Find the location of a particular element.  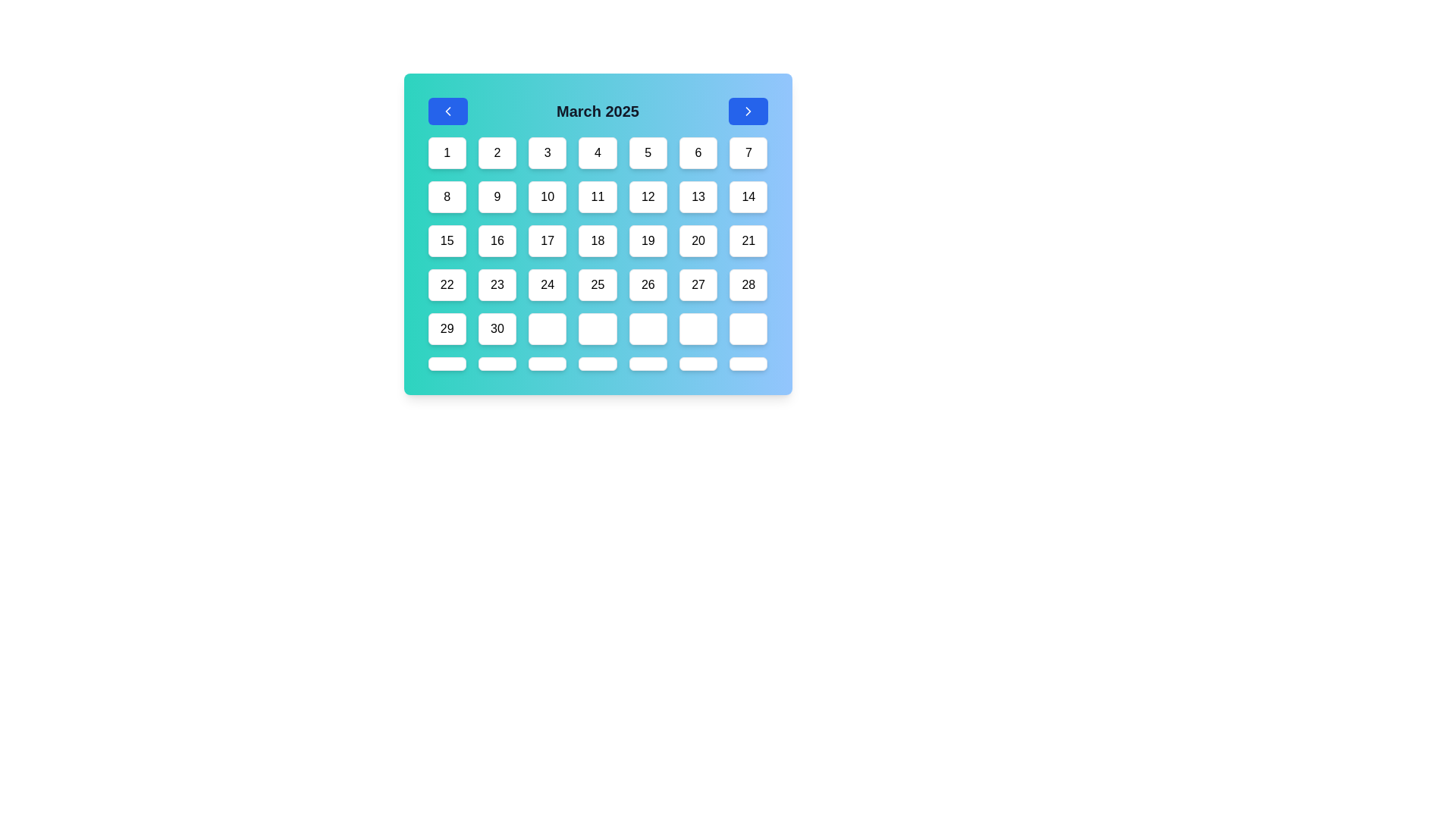

the small rectangular Textual information box displaying the number '20', located in the third row and sixth column of the calendar for March 2025 is located at coordinates (698, 240).